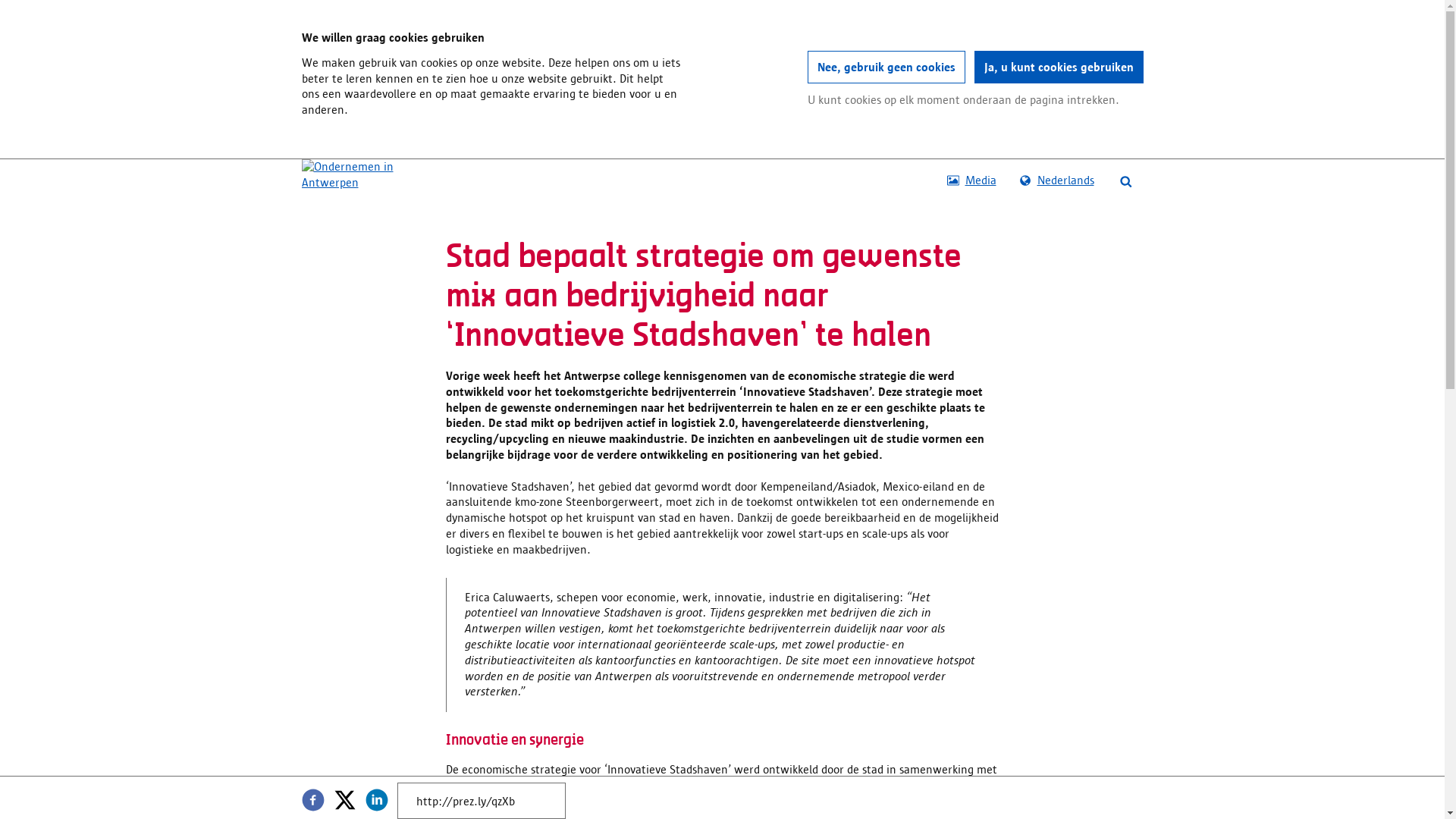 The width and height of the screenshot is (1456, 819). Describe the element at coordinates (1055, 180) in the screenshot. I see `'Nederlands'` at that location.